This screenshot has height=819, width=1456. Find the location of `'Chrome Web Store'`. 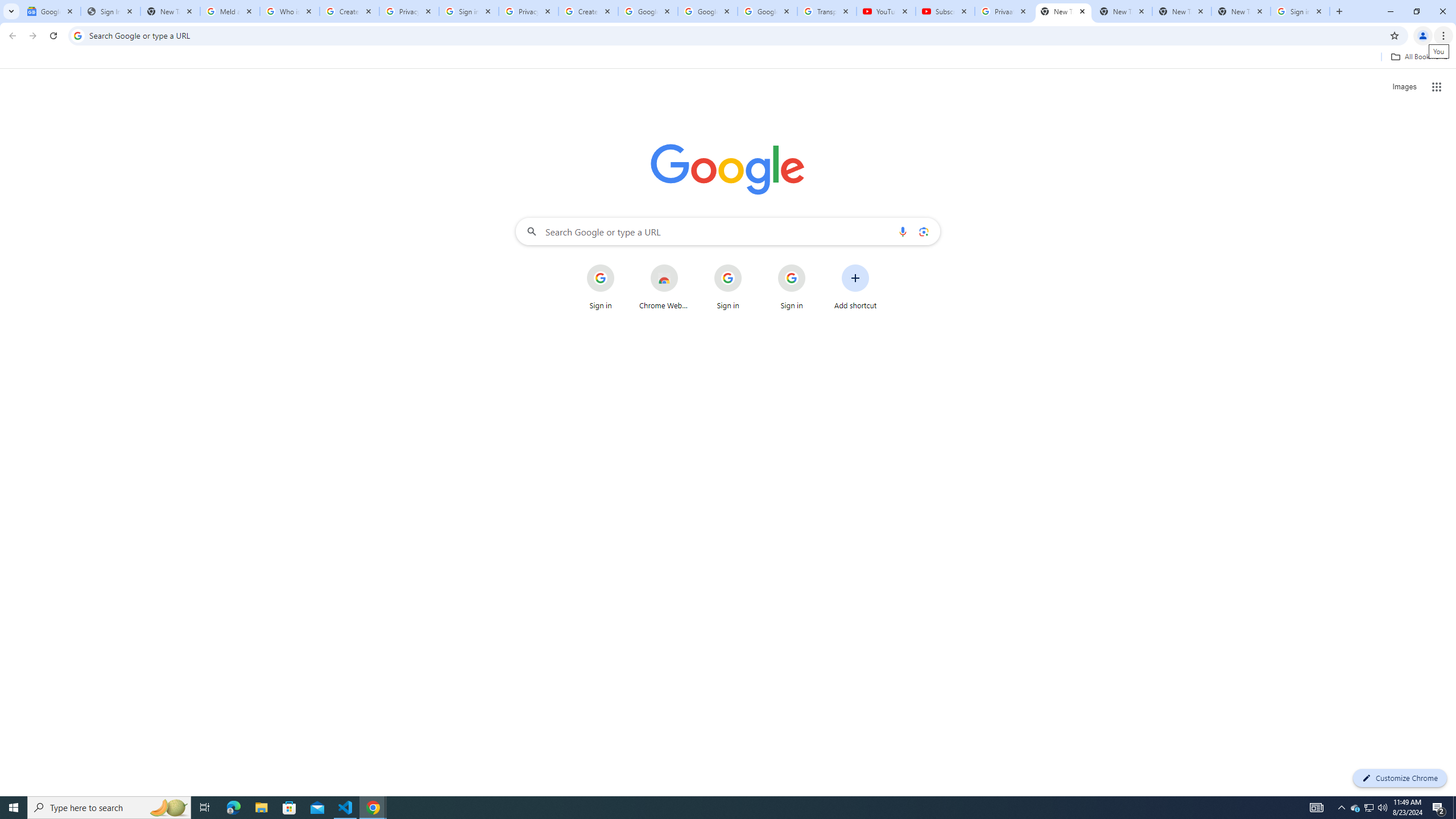

'Chrome Web Store' is located at coordinates (663, 287).